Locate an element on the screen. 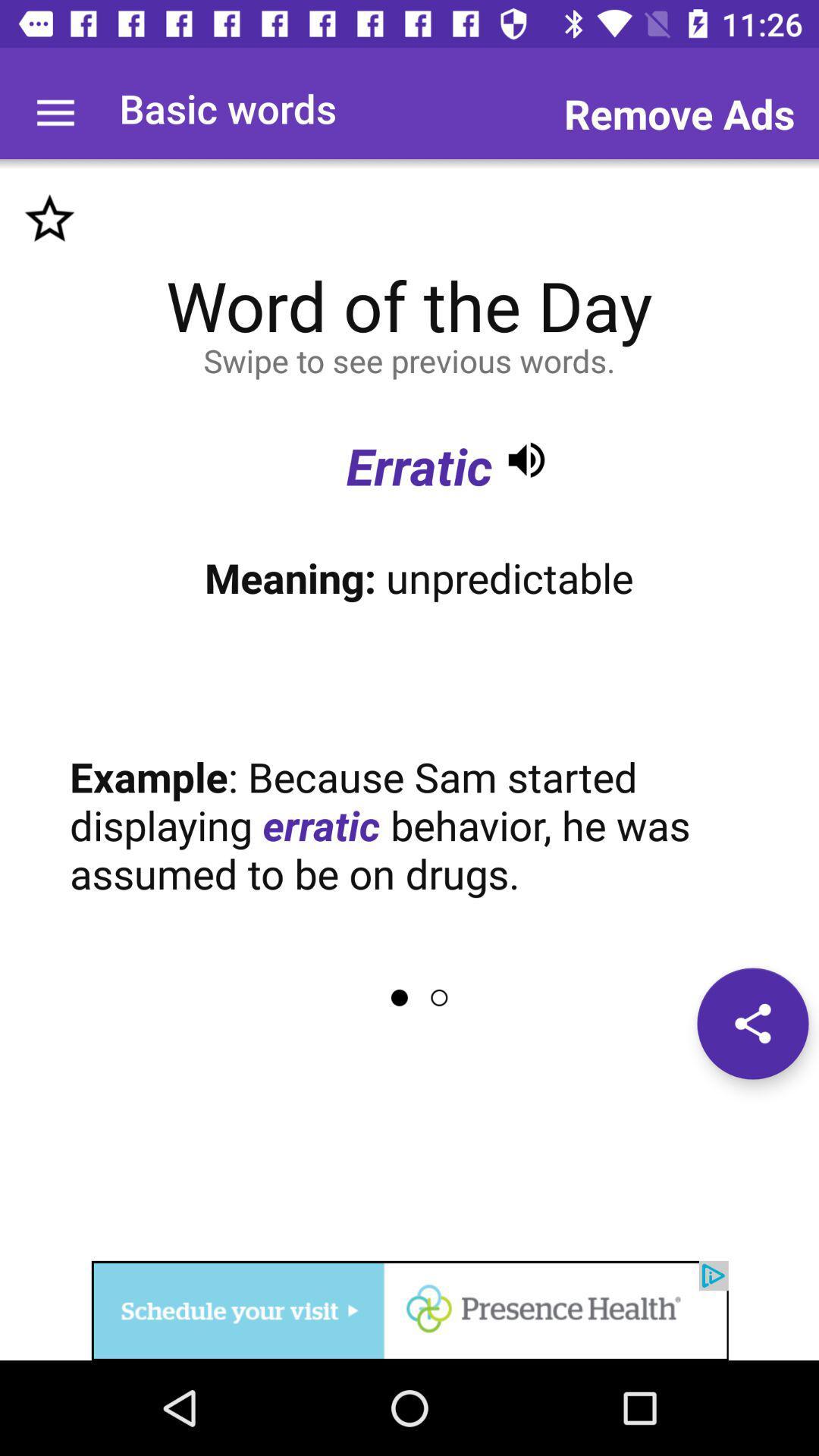 This screenshot has width=819, height=1456. the volume icon is located at coordinates (526, 459).